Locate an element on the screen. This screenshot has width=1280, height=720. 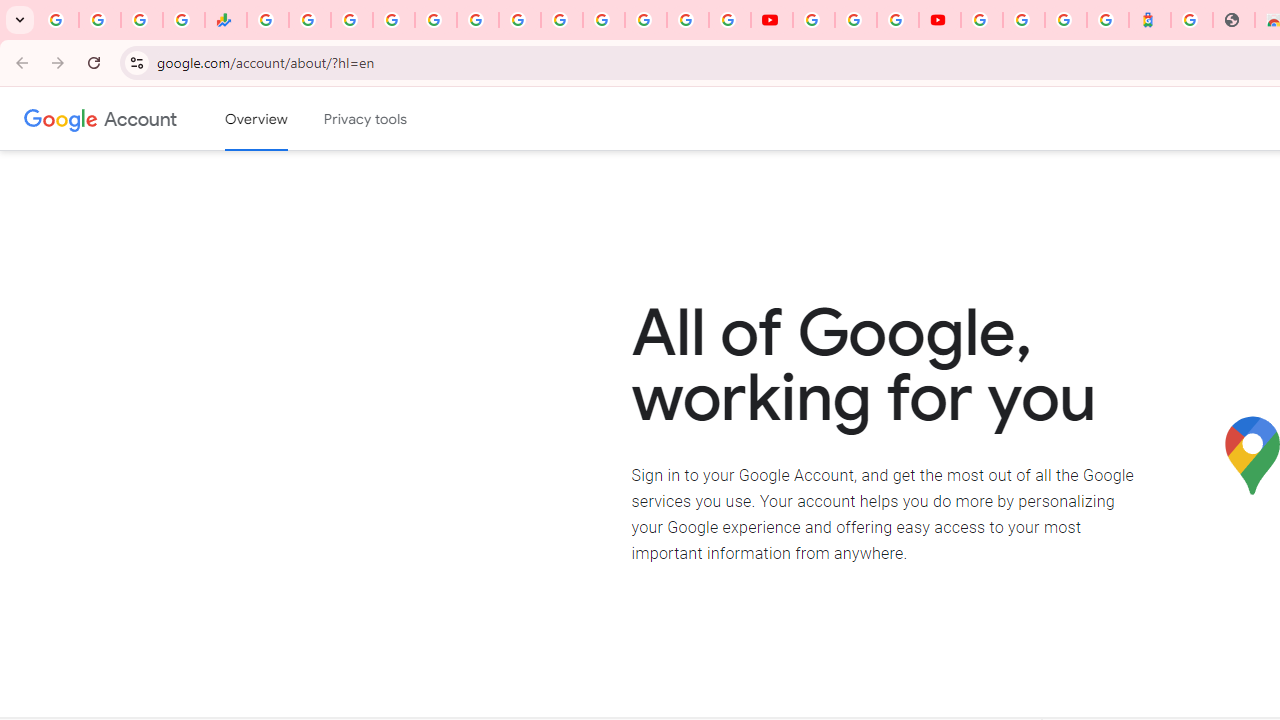
'Google Account' is located at coordinates (139, 118).